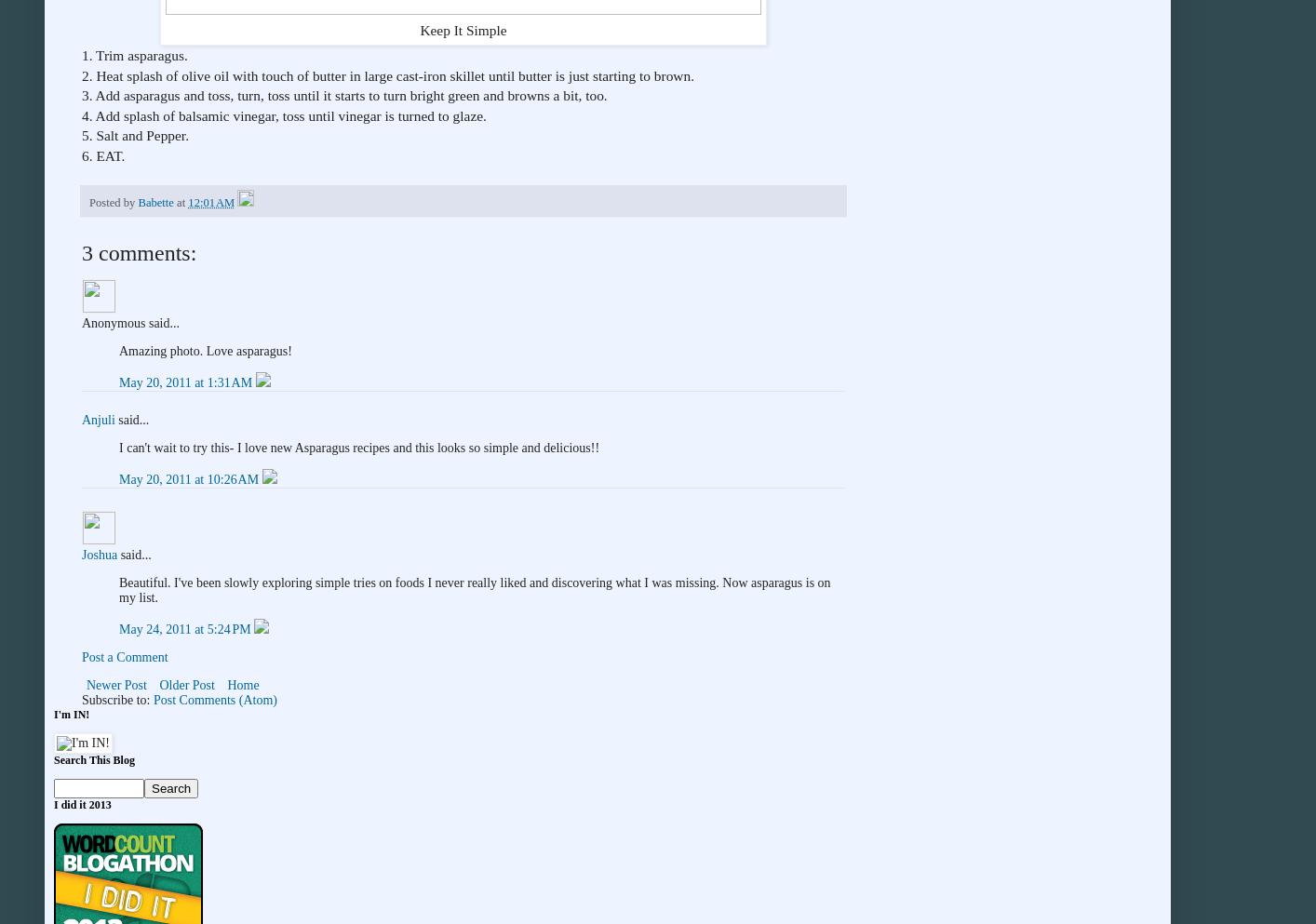 The height and width of the screenshot is (924, 1316). Describe the element at coordinates (101, 154) in the screenshot. I see `'6. EAT.'` at that location.